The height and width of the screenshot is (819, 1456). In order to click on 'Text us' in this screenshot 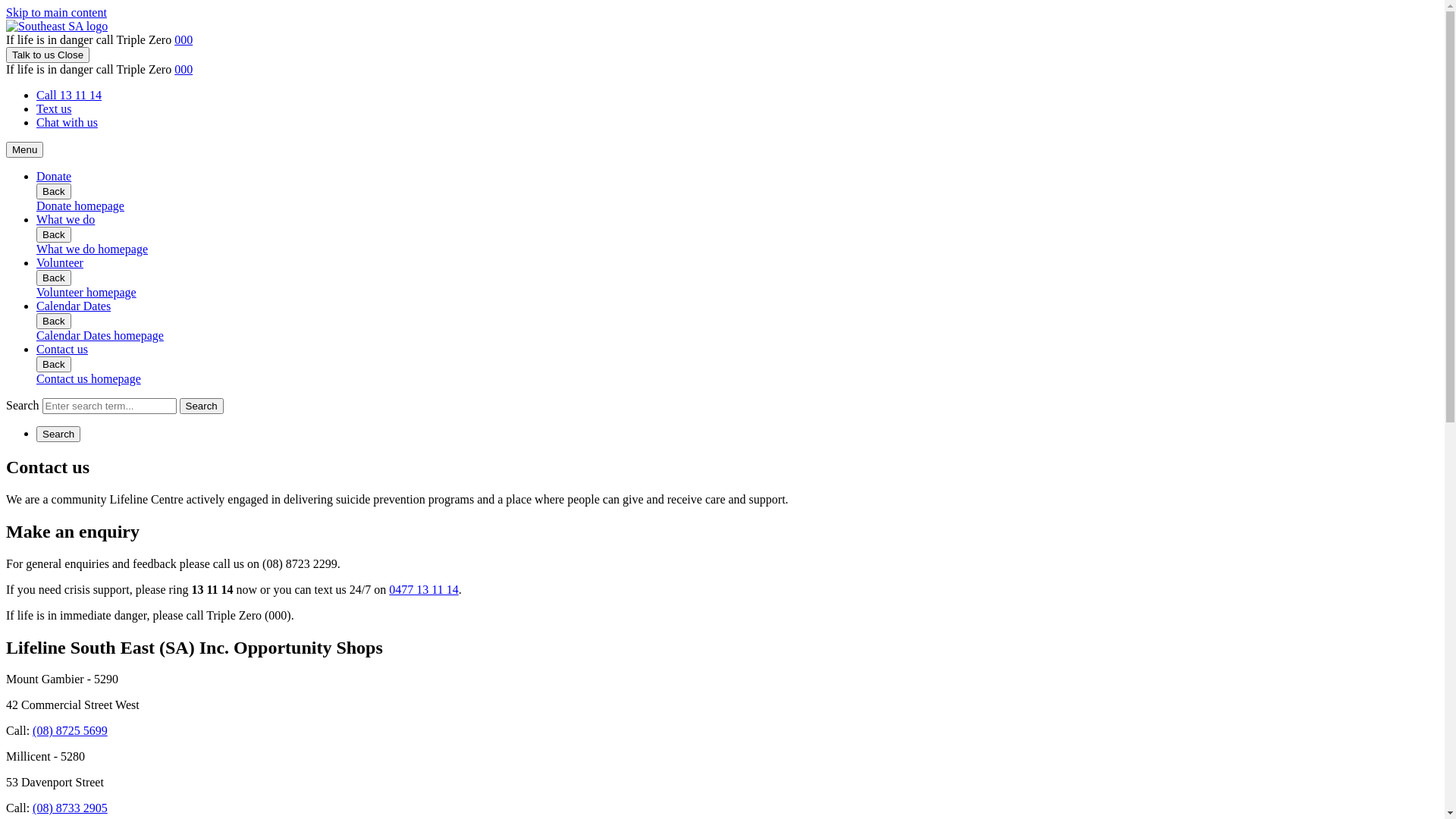, I will do `click(54, 108)`.